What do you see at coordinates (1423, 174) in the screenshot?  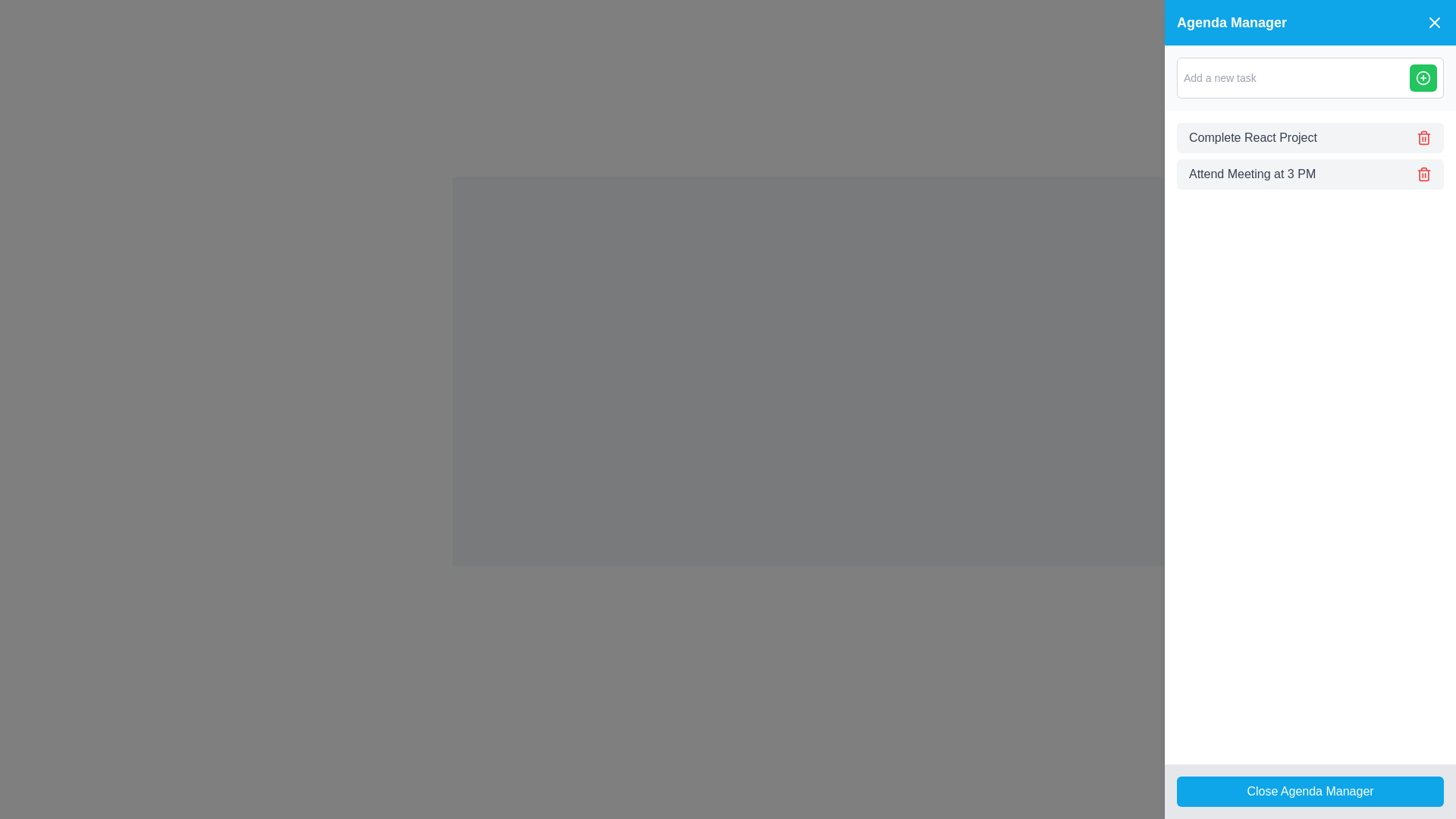 I see `the delete button icon located on the right side of the 'Attend Meeting at 3 PM' task entry in the 'Agenda Manager' panel` at bounding box center [1423, 174].